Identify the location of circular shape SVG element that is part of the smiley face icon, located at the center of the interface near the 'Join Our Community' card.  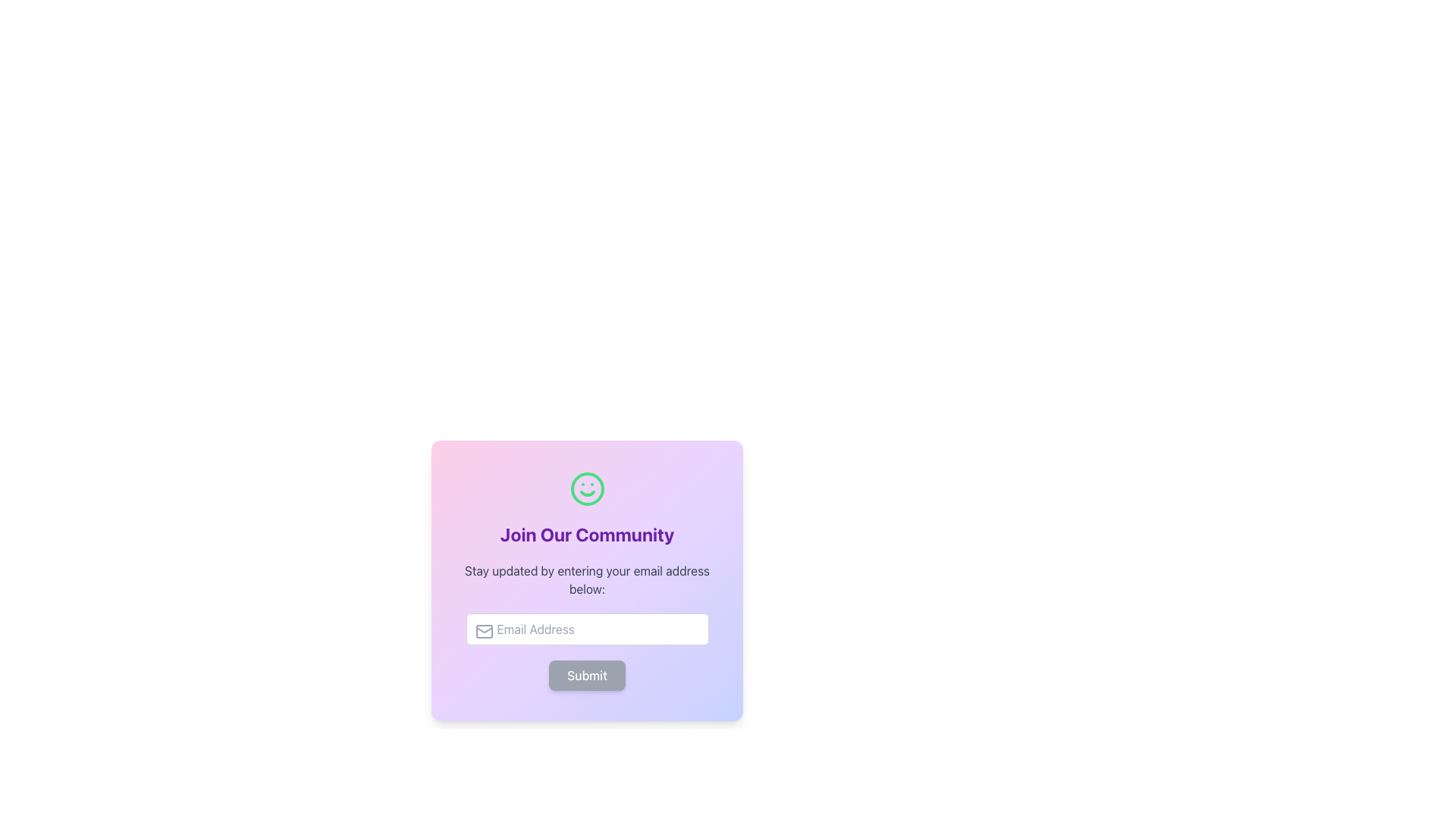
(586, 488).